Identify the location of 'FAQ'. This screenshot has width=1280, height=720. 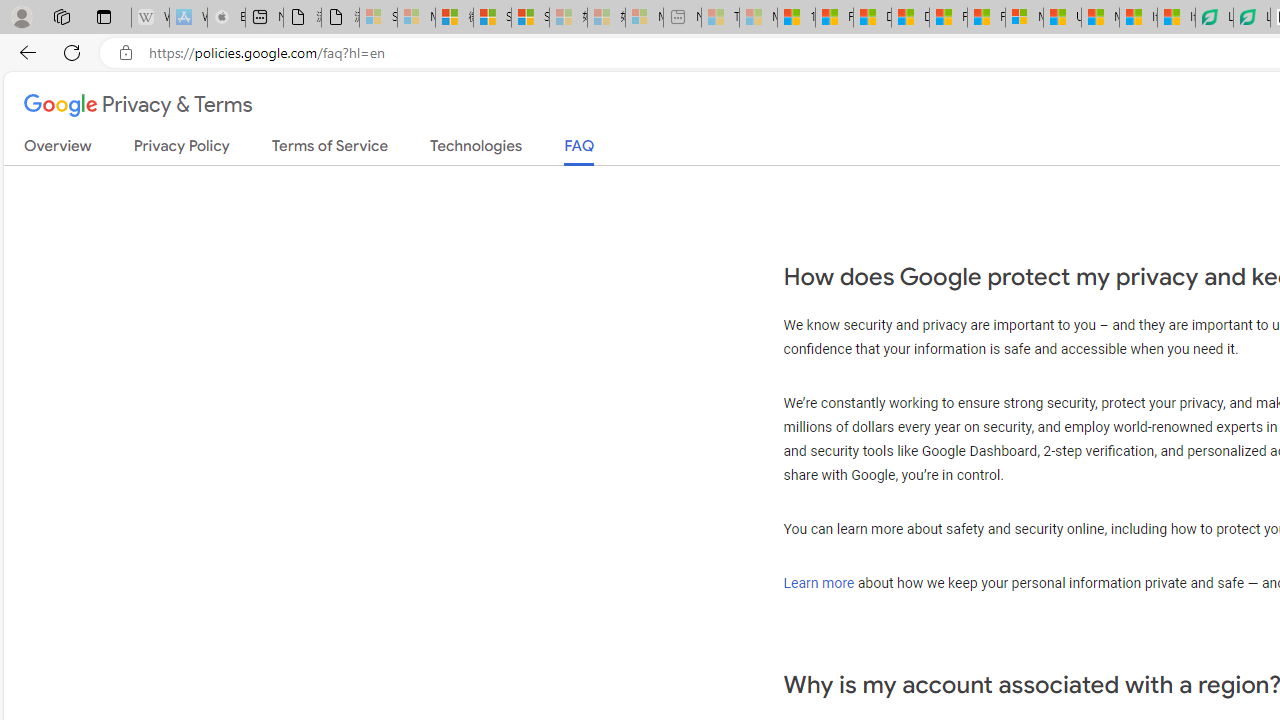
(578, 150).